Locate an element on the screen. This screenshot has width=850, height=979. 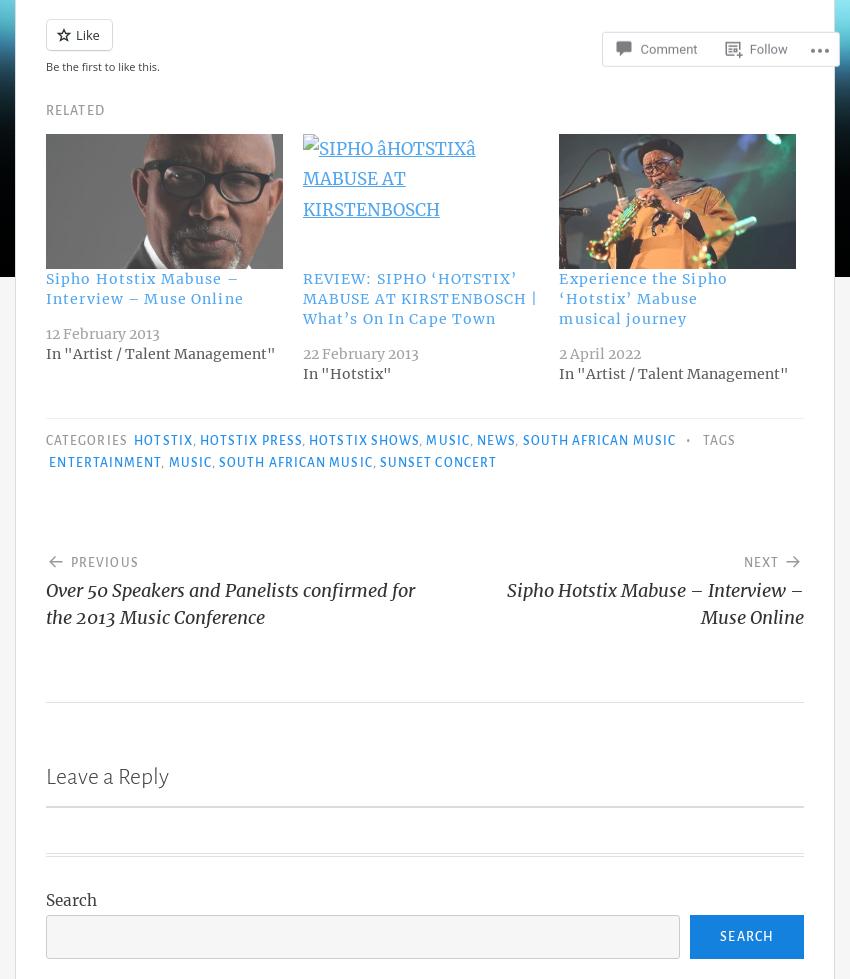
'Categories' is located at coordinates (86, 439).